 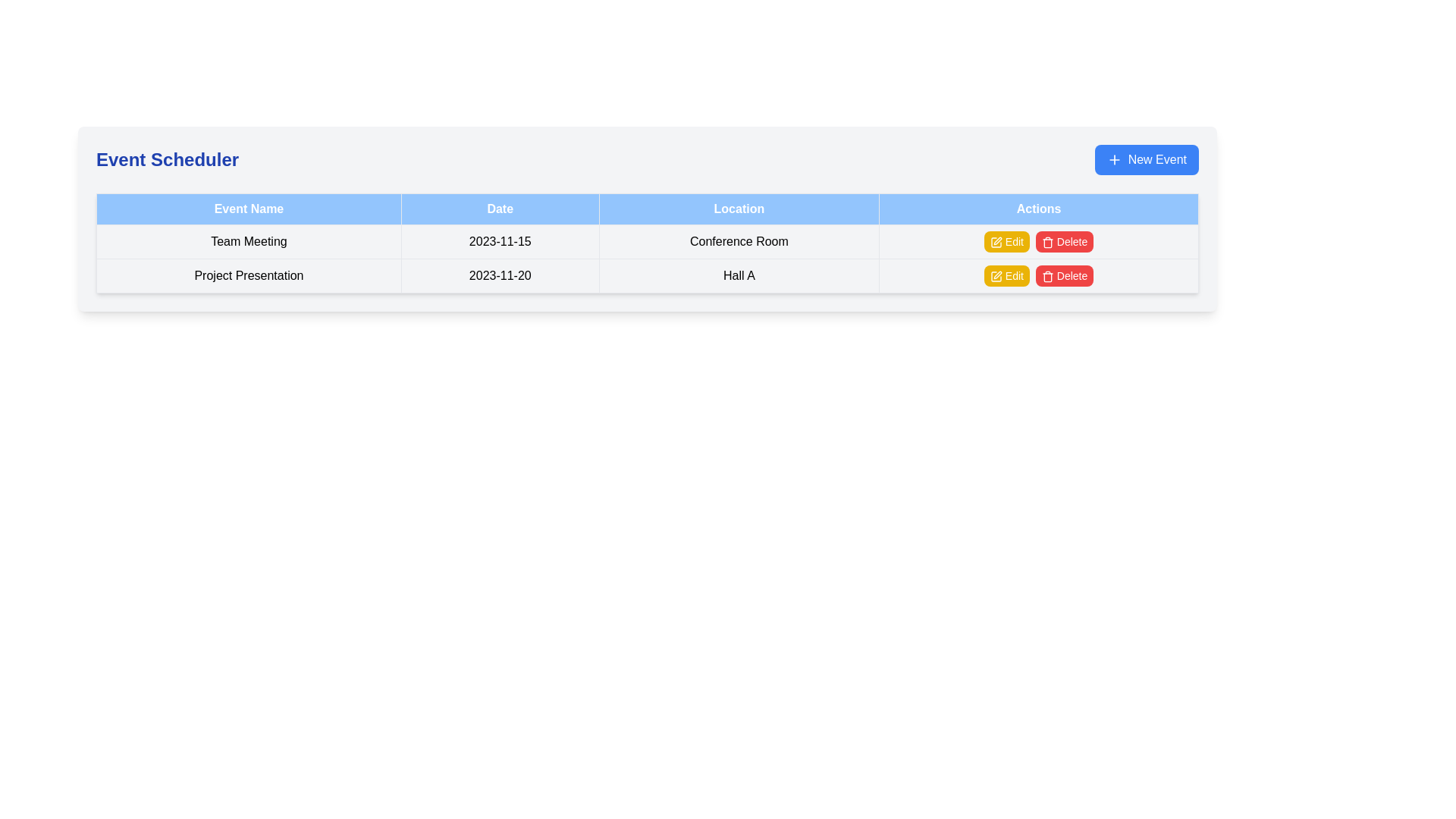 I want to click on the text block containing 'Conference Room' located under the 'Location' column in the first row of the 'Event Scheduler' table, which corresponds to the event 'Team Meeting', so click(x=739, y=241).